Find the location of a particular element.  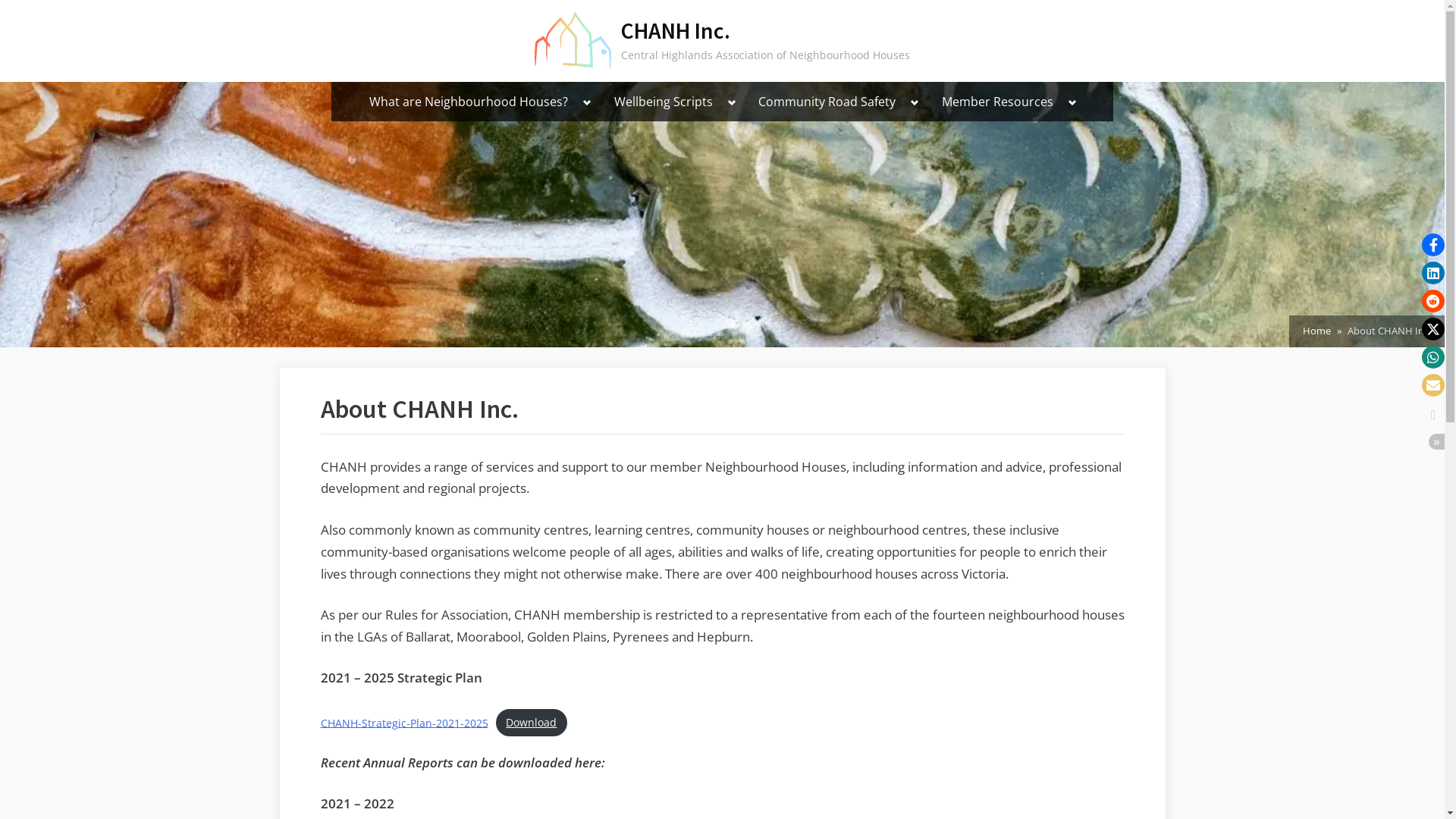

'Toggle sub-menu' is located at coordinates (903, 102).